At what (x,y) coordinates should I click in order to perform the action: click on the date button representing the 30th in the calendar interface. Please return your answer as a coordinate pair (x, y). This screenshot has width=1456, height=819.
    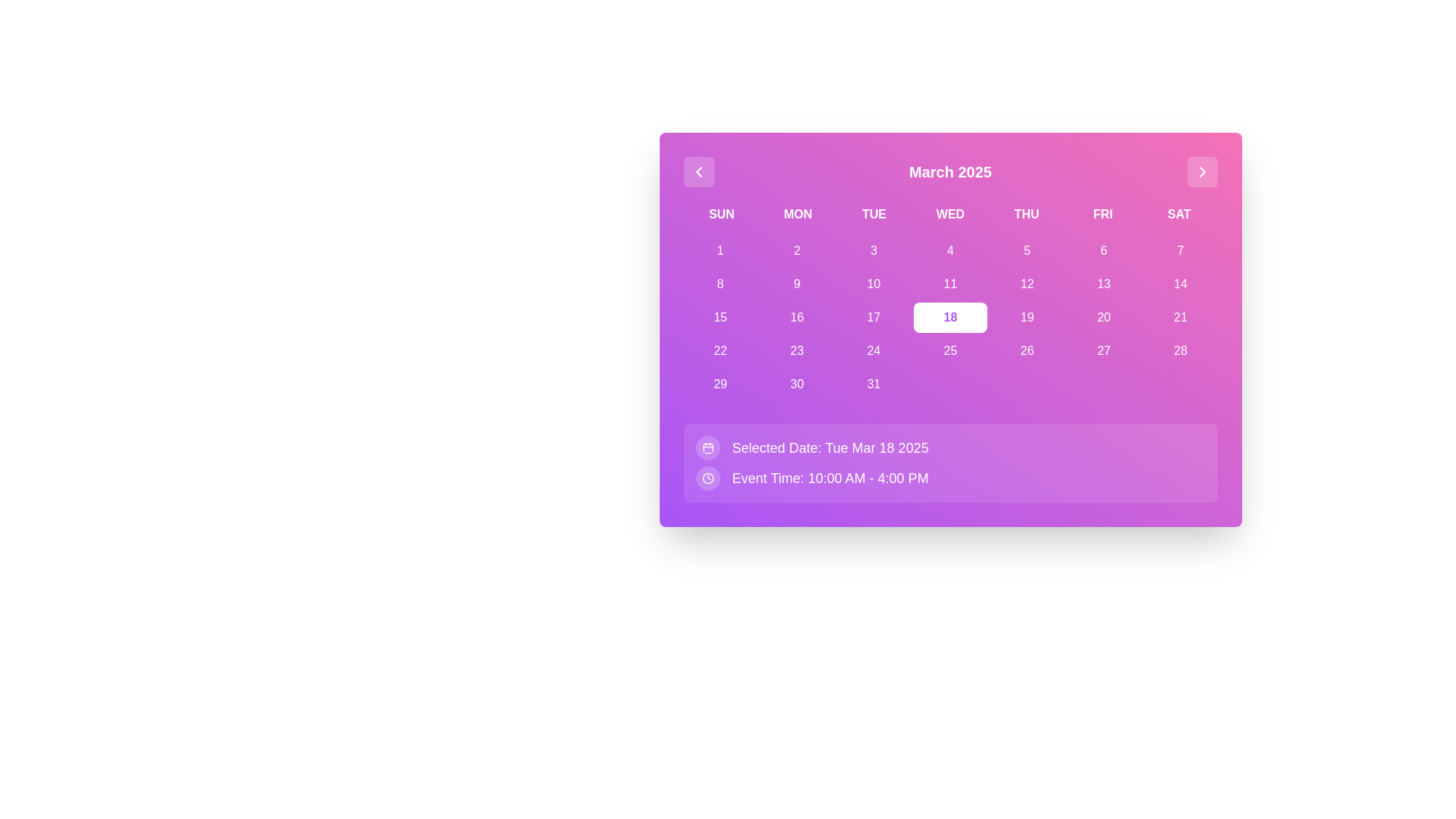
    Looking at the image, I should click on (796, 383).